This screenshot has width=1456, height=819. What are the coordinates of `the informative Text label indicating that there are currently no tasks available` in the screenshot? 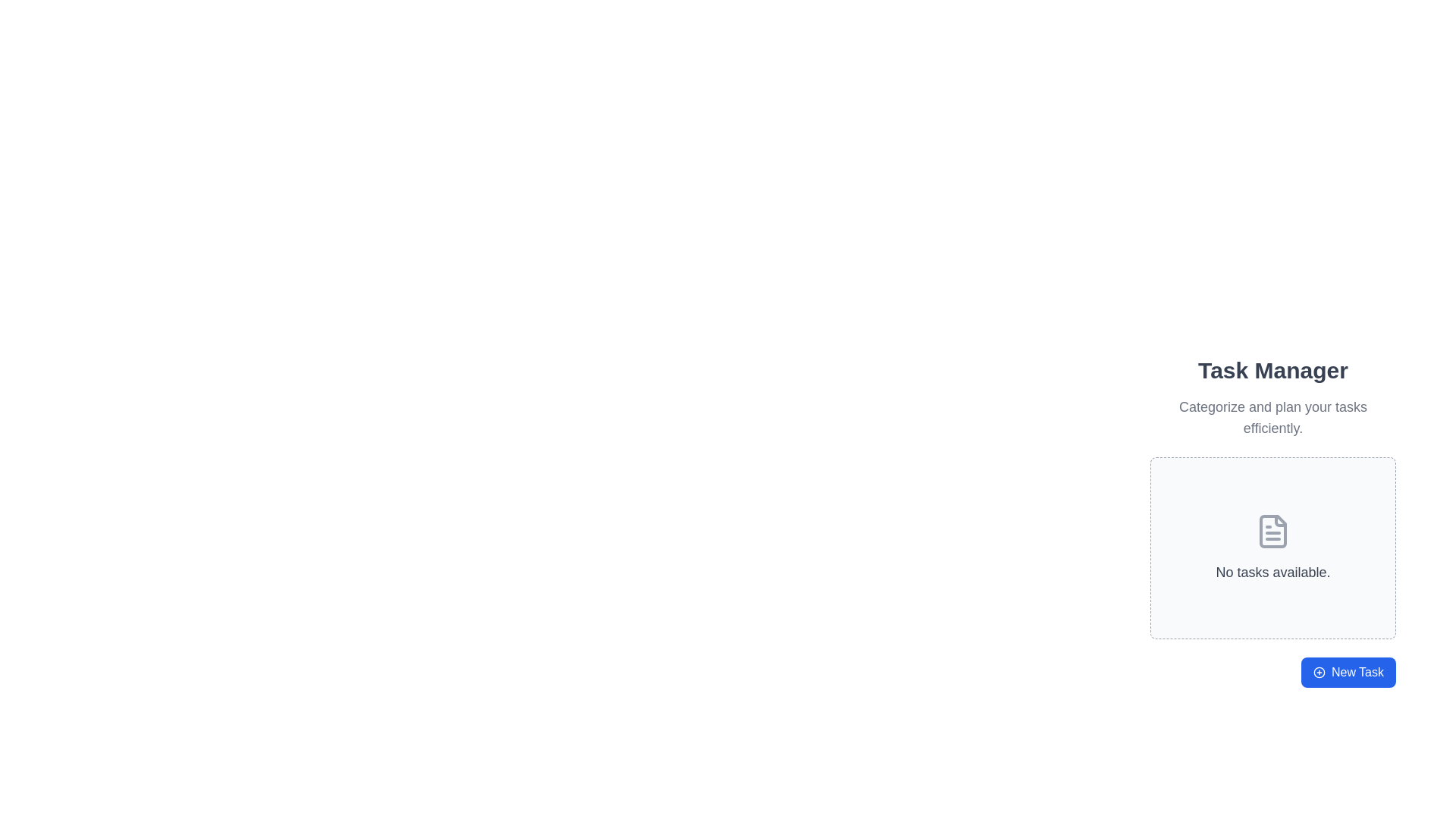 It's located at (1273, 573).